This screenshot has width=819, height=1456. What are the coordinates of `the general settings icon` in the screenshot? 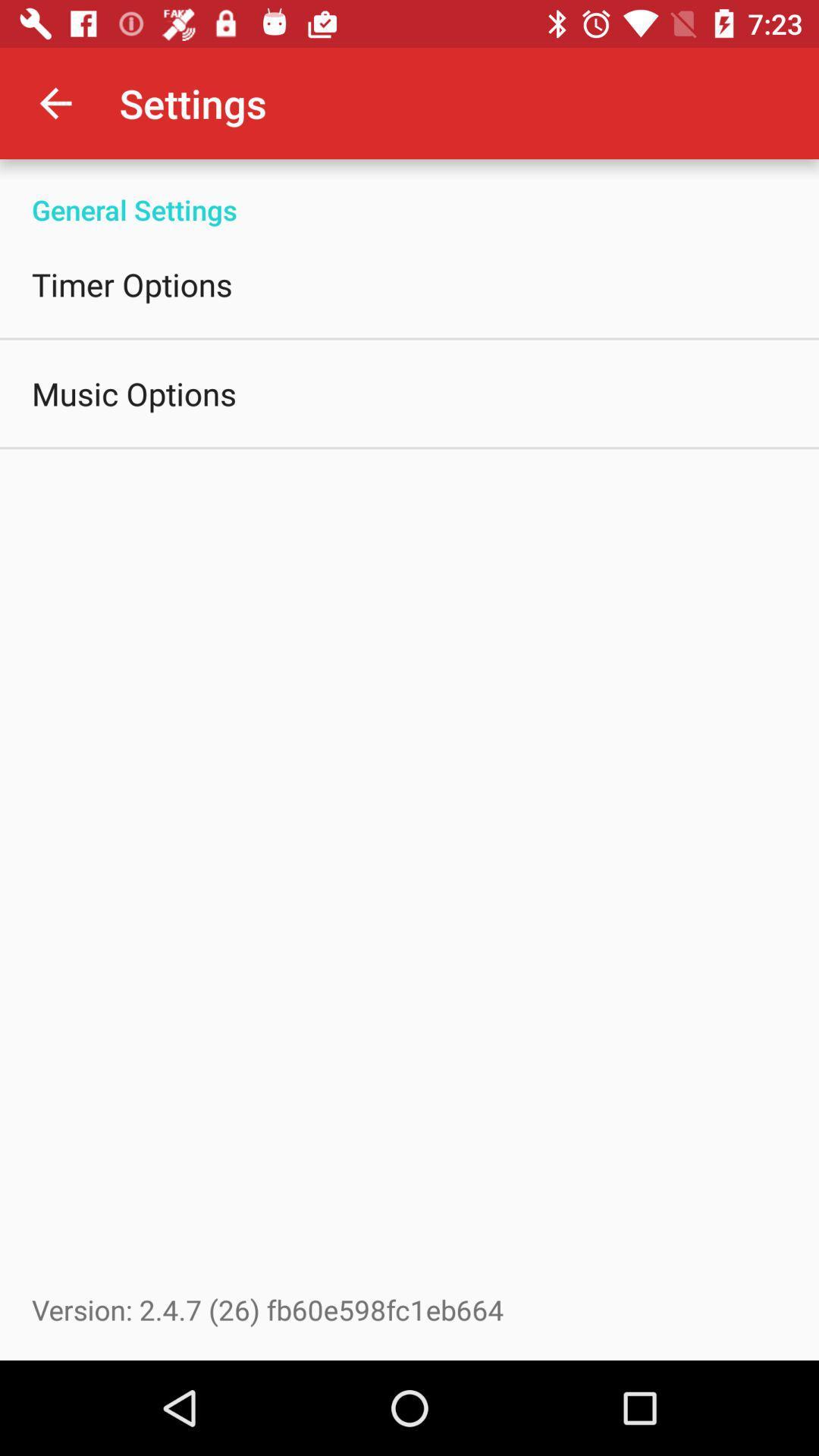 It's located at (409, 193).